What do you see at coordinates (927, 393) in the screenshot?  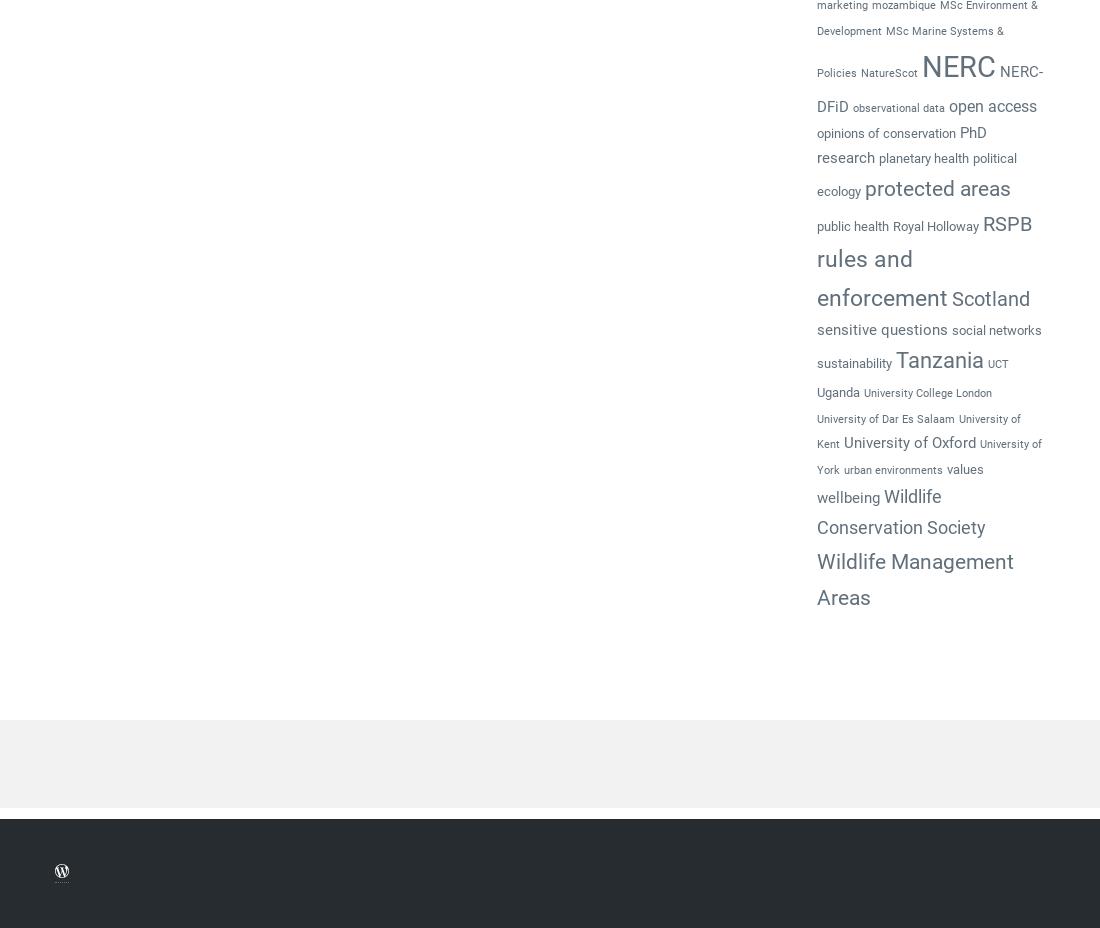 I see `'University College London'` at bounding box center [927, 393].